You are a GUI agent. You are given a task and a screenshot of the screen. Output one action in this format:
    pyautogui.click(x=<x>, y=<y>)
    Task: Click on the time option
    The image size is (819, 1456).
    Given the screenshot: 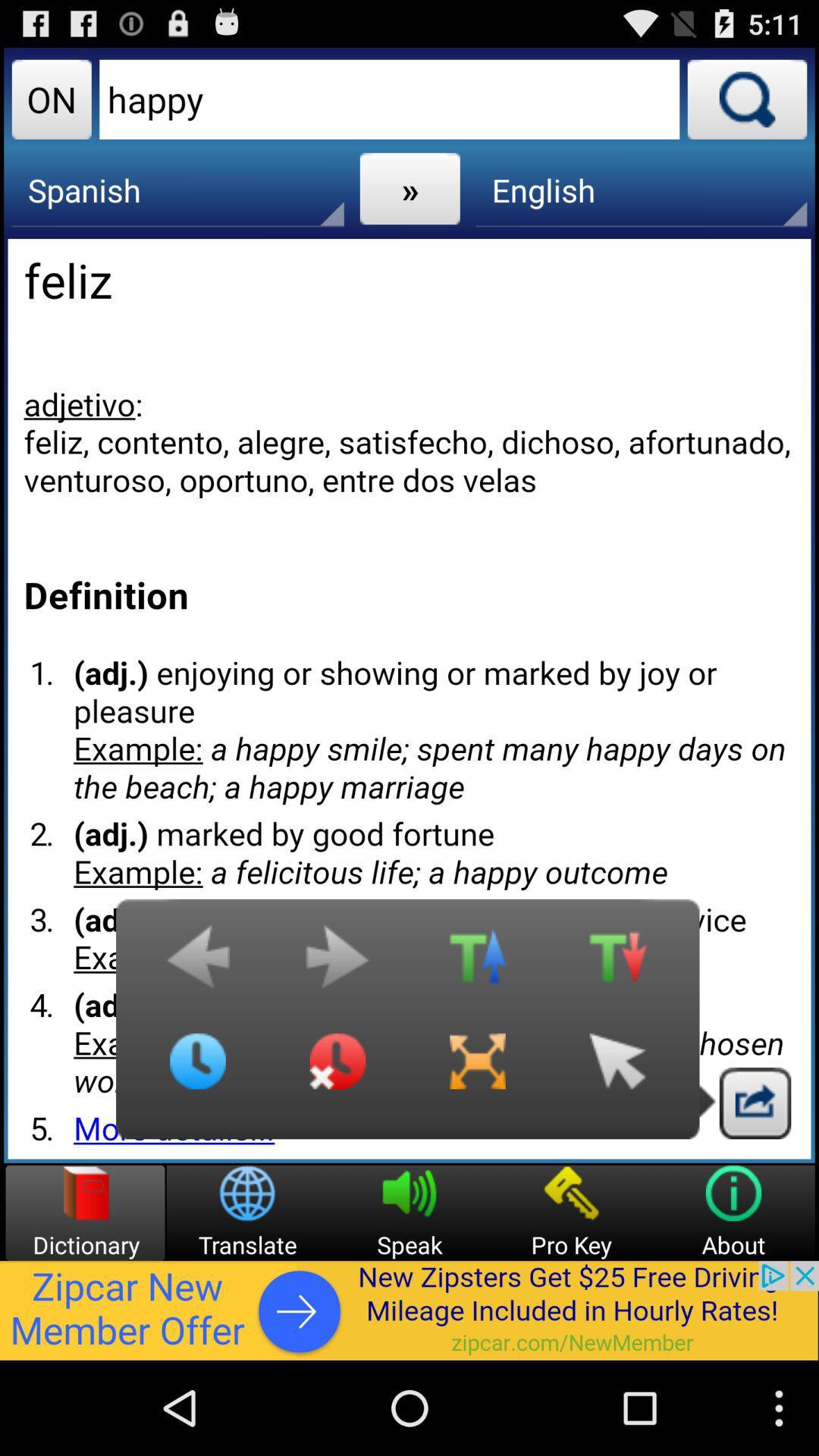 What is the action you would take?
    pyautogui.click(x=197, y=1072)
    